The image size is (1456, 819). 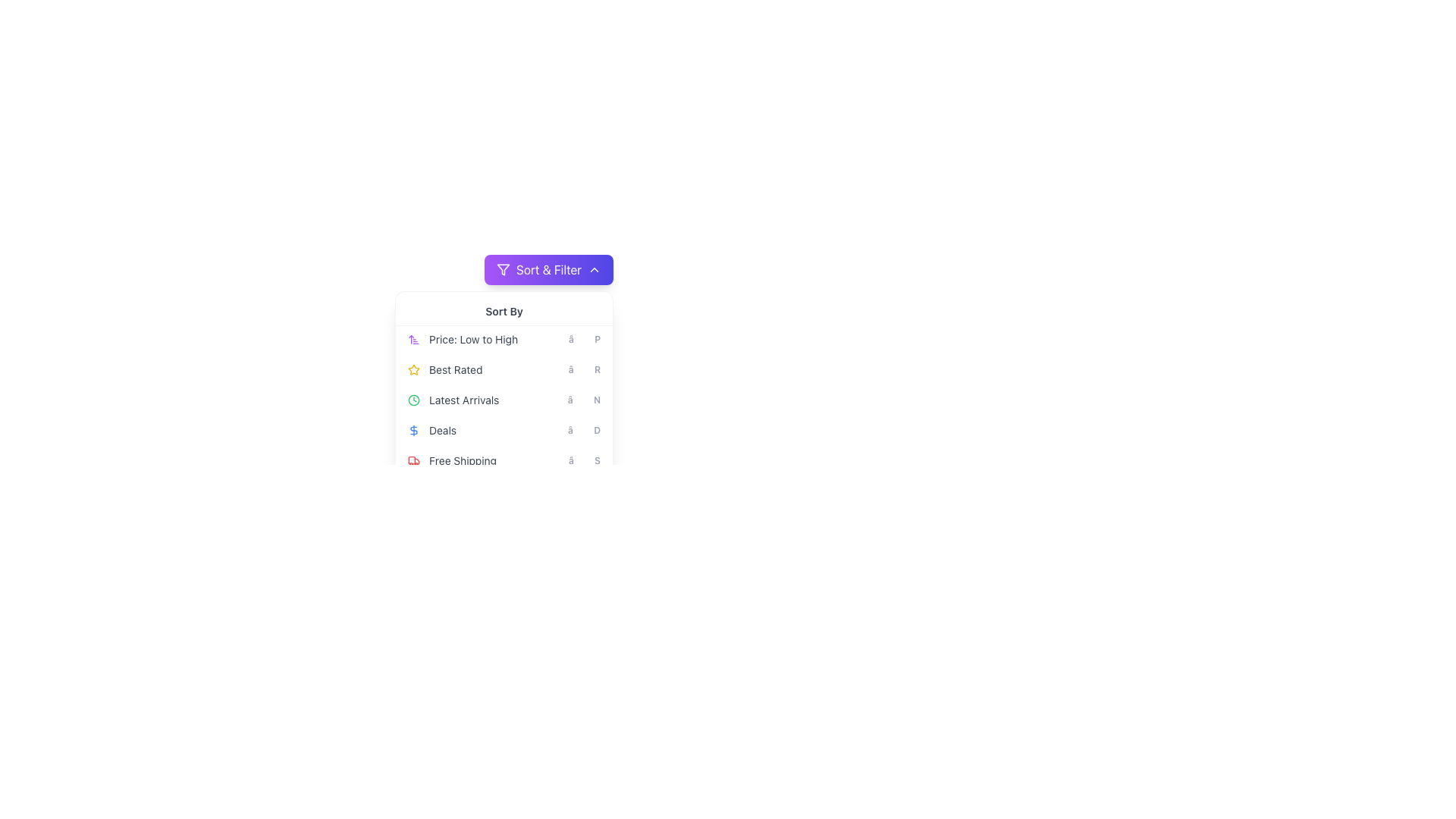 What do you see at coordinates (414, 430) in the screenshot?
I see `the blue dollar sign icon located within the 'Deals' list item of the 'Sort By' dropdown menu` at bounding box center [414, 430].